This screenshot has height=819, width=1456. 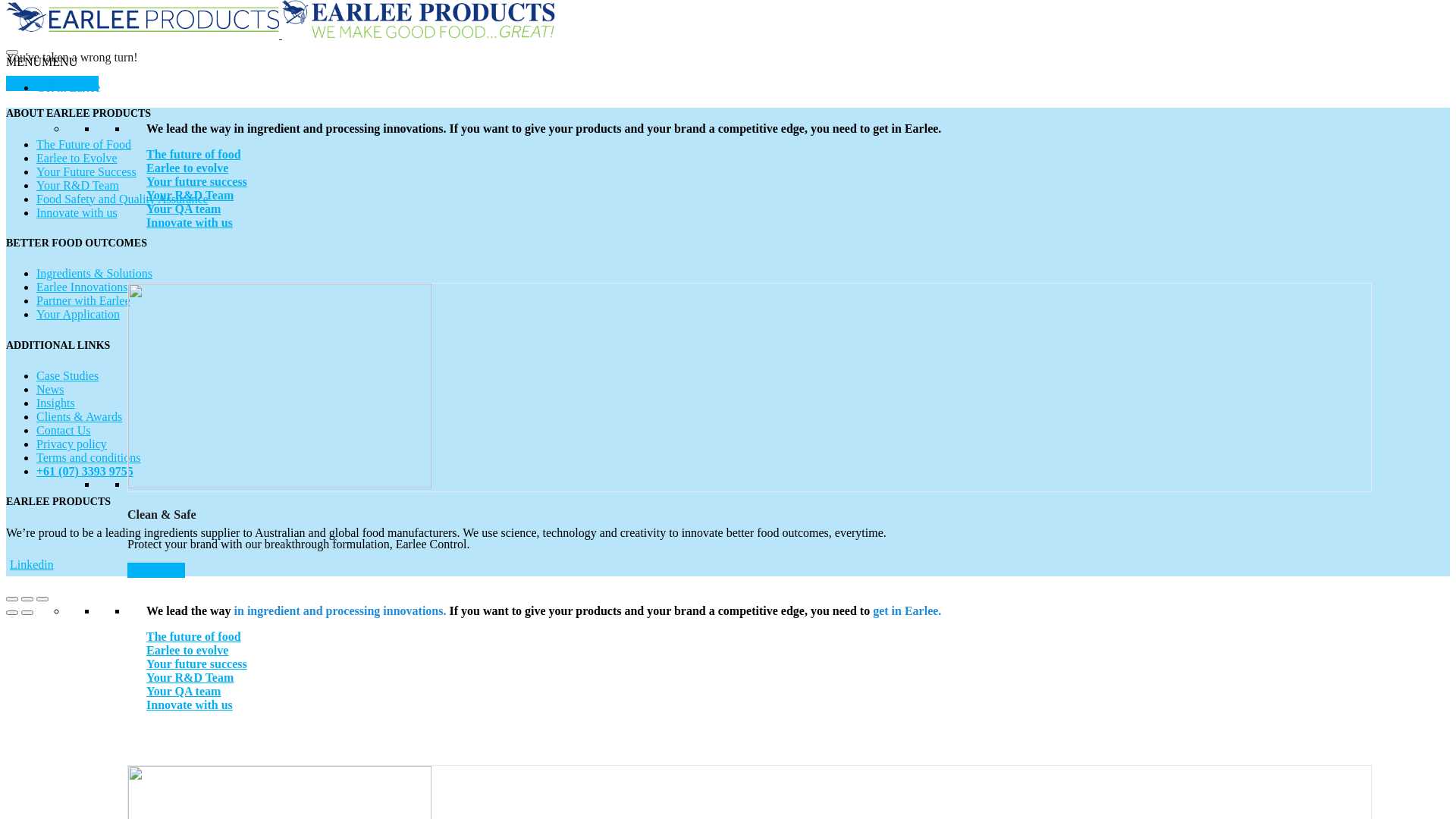 What do you see at coordinates (27, 598) in the screenshot?
I see `'Toggle fullscreen'` at bounding box center [27, 598].